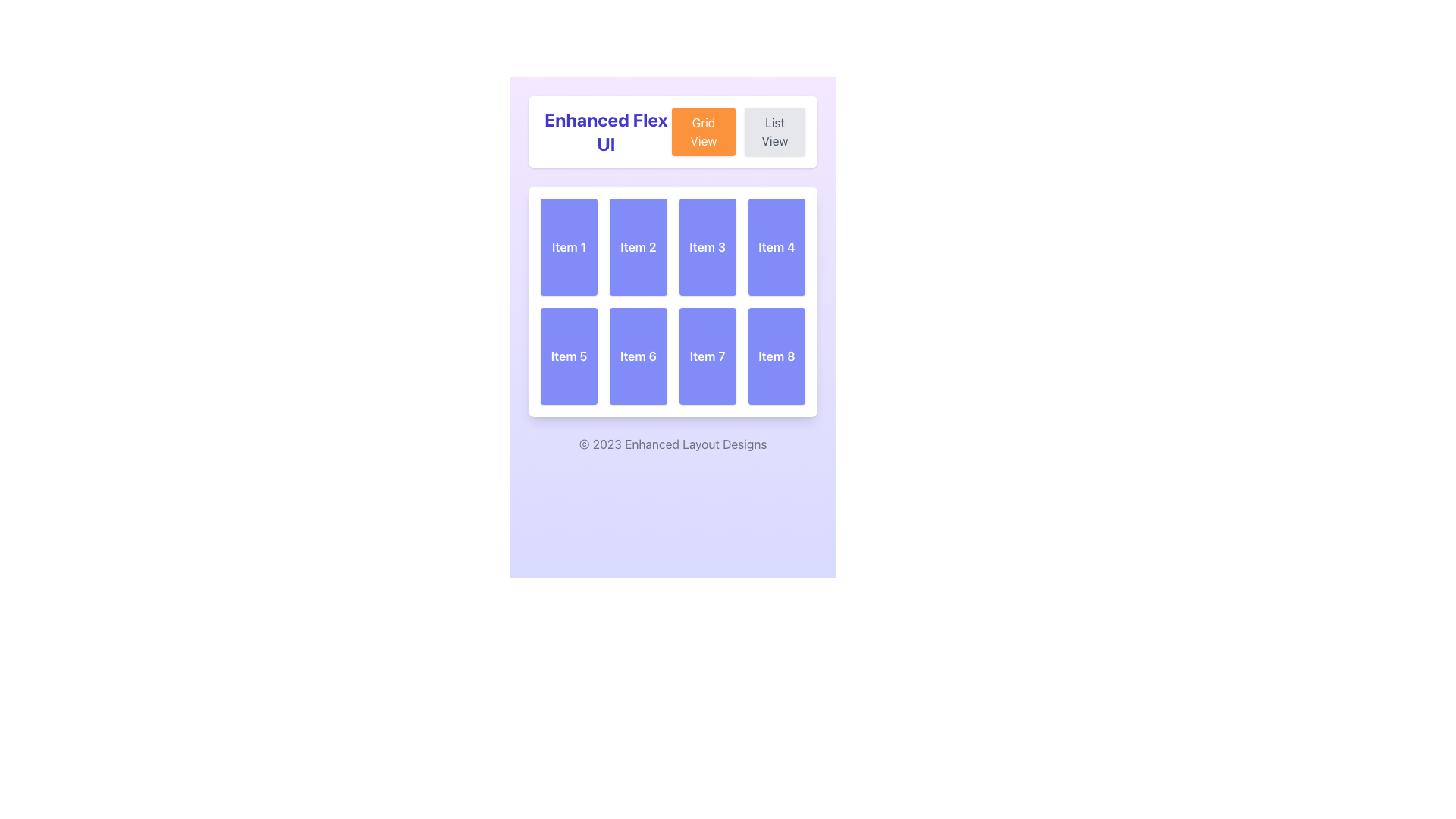 This screenshot has width=1456, height=819. Describe the element at coordinates (568, 246) in the screenshot. I see `the 'Item 1' button, which is the first item in a 4x2 grid layout` at that location.